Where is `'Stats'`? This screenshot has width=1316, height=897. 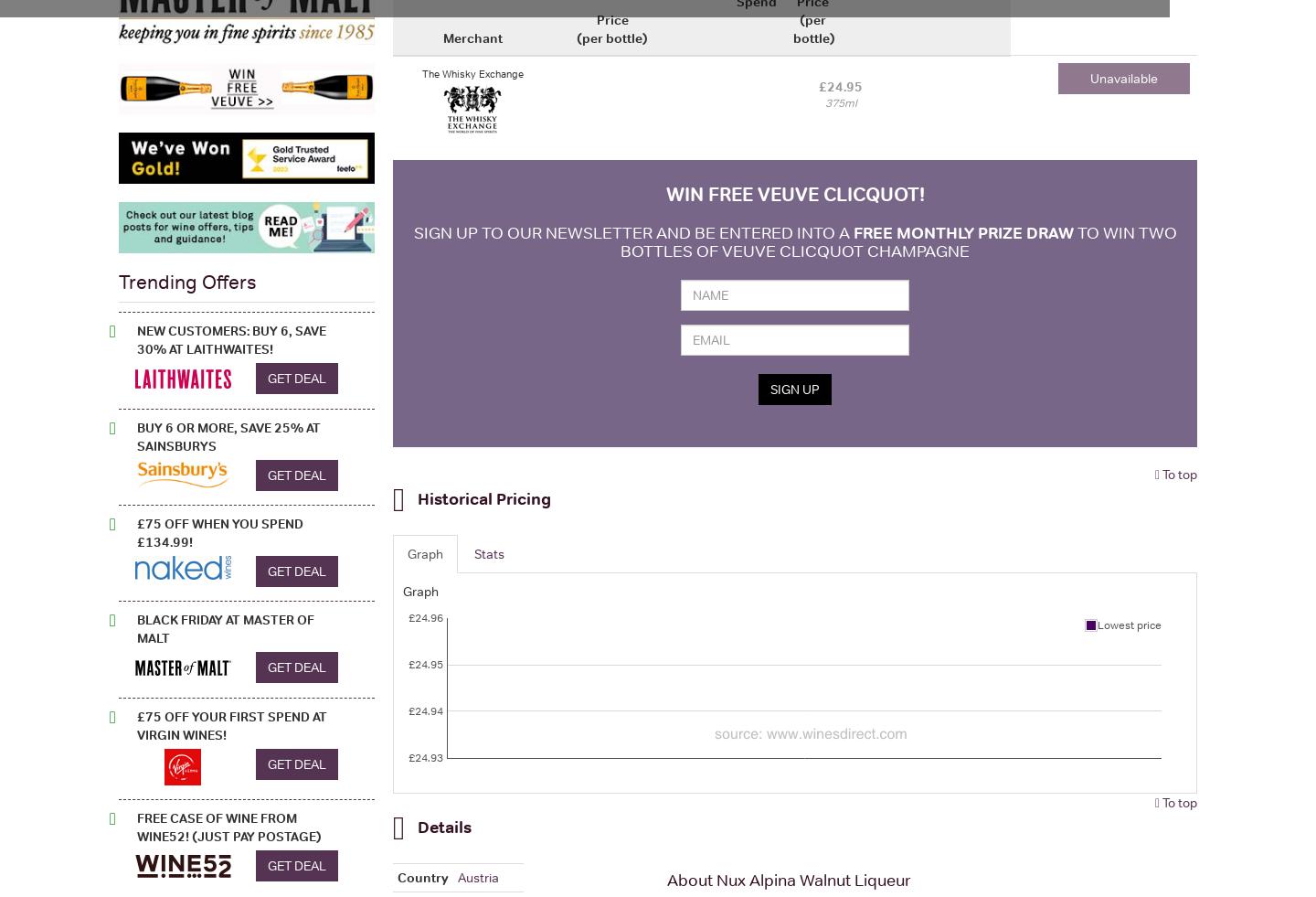
'Stats' is located at coordinates (488, 552).